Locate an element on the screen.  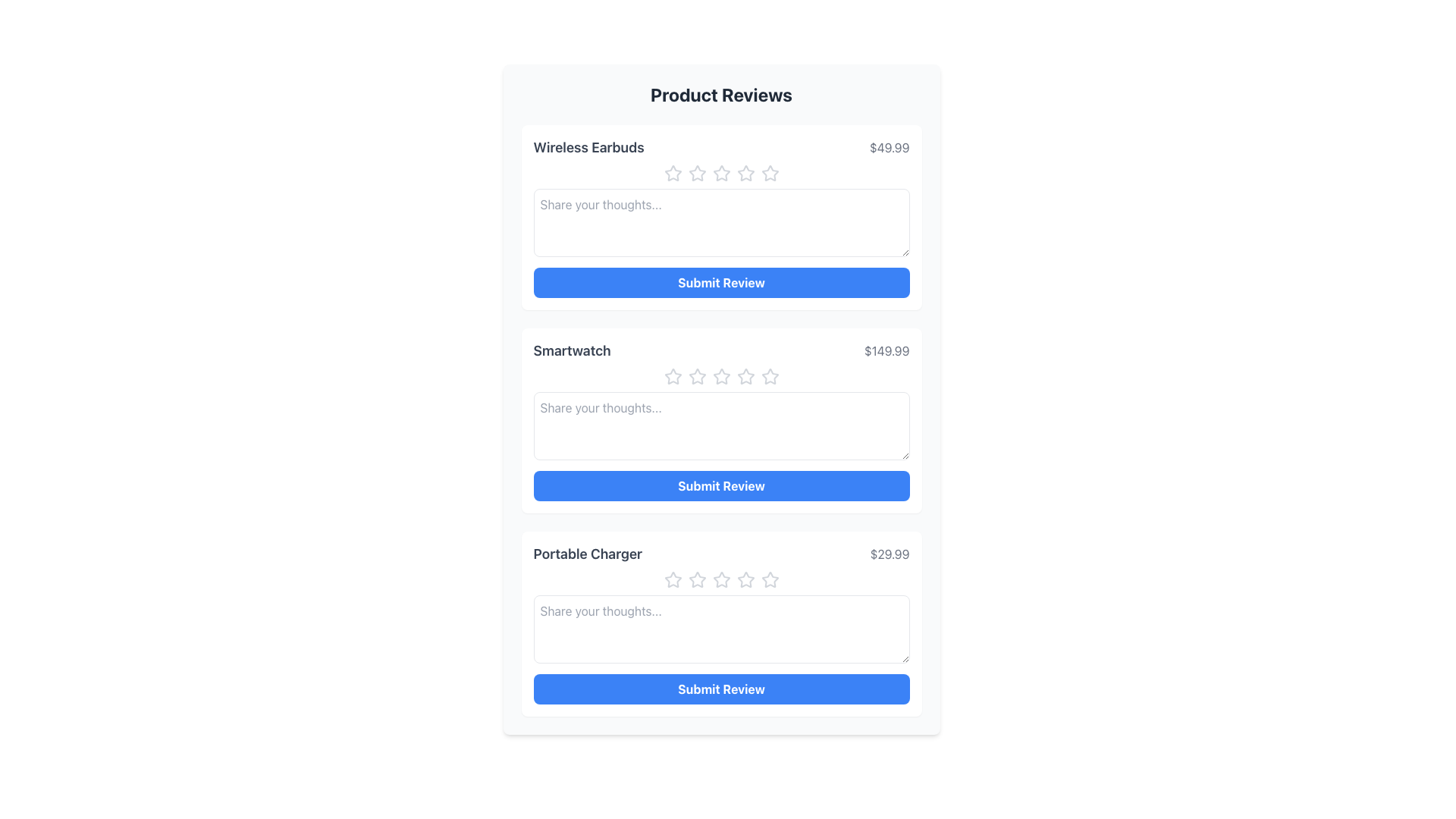
the third star in the rating row for the 'Smartwatch' product, located in the review section below the product title and price is located at coordinates (720, 376).